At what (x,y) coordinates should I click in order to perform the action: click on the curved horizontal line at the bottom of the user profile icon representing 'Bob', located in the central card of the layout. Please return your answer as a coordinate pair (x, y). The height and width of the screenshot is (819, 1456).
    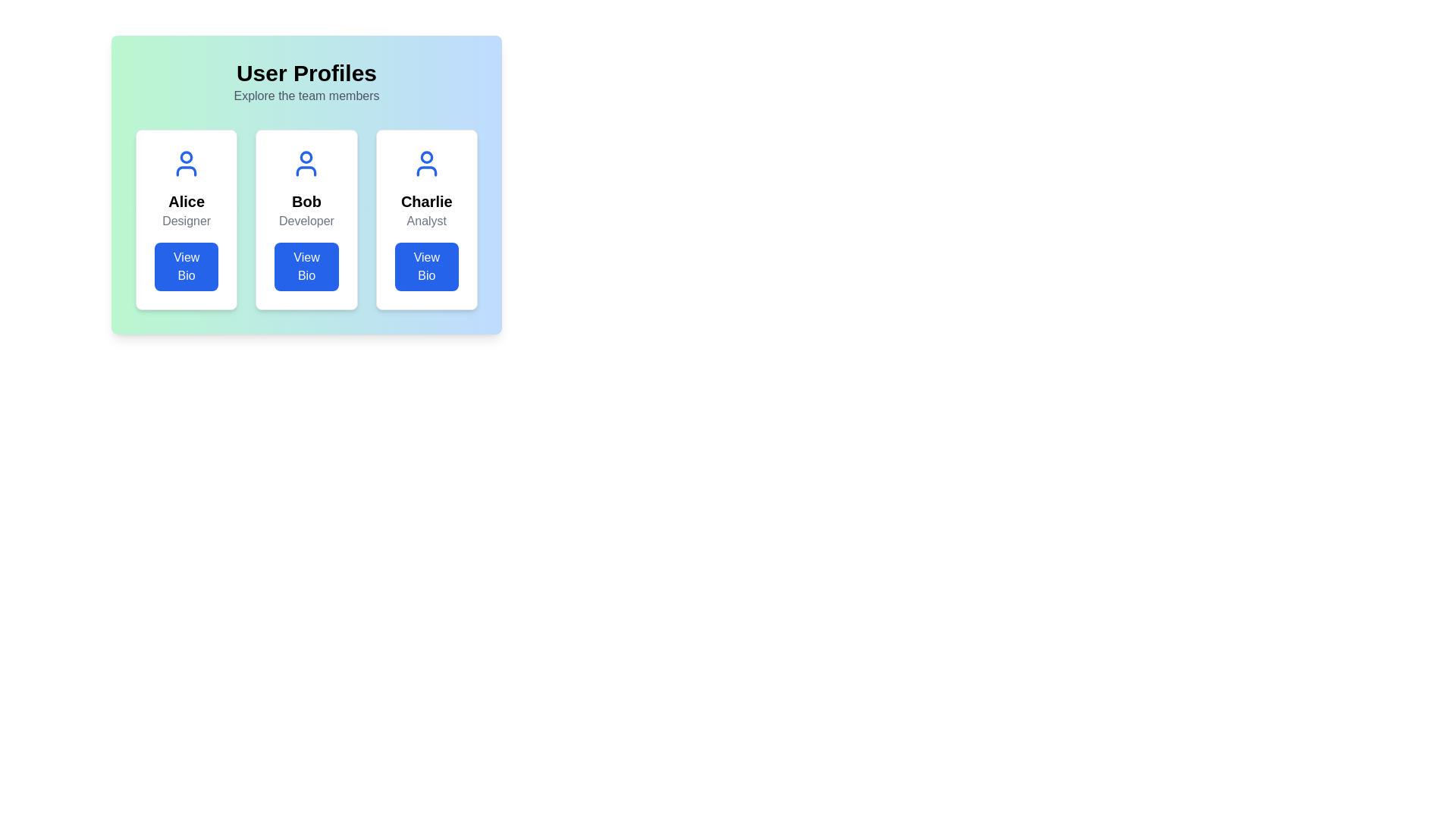
    Looking at the image, I should click on (306, 171).